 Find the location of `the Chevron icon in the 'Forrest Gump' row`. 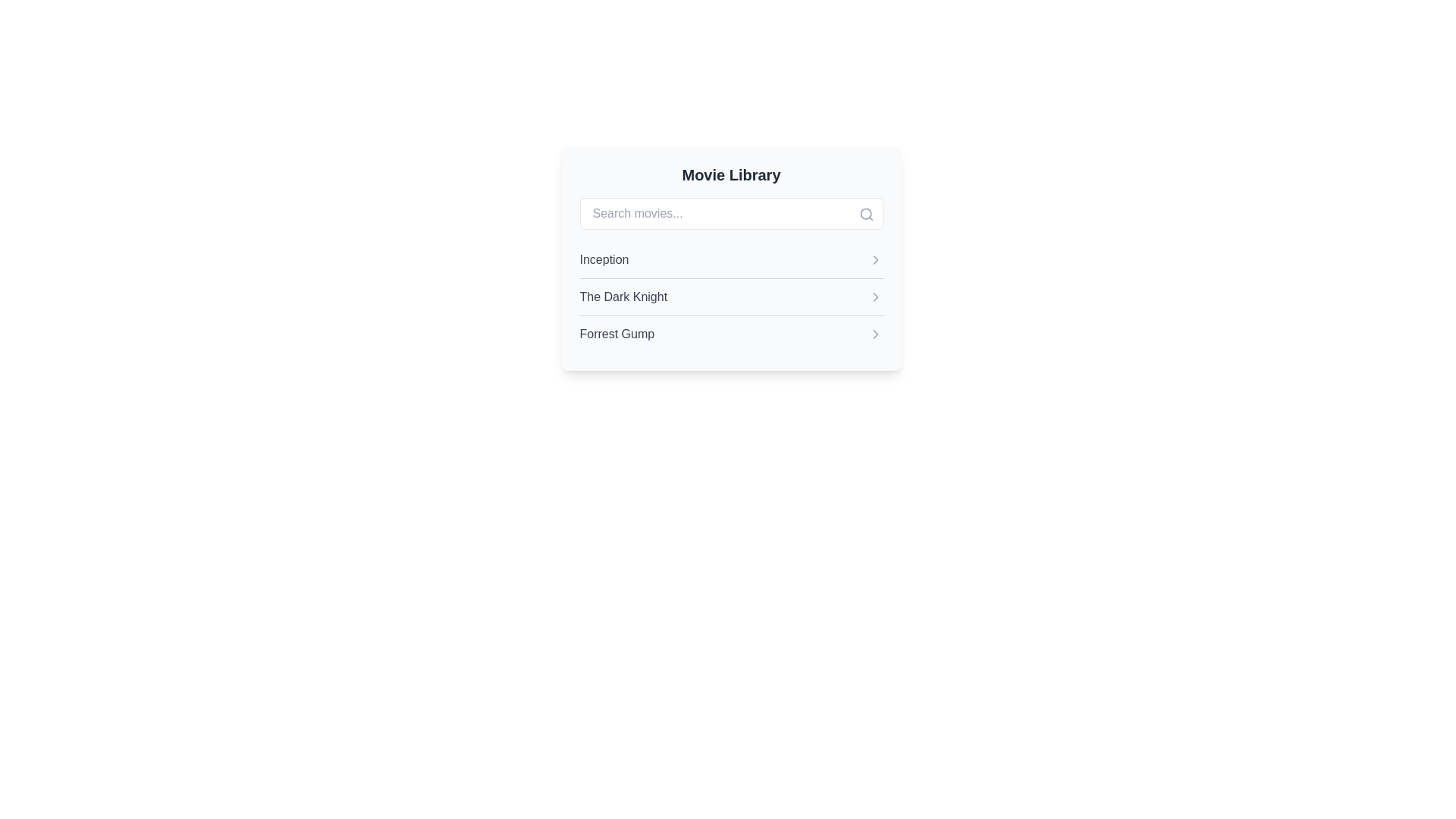

the Chevron icon in the 'Forrest Gump' row is located at coordinates (875, 333).